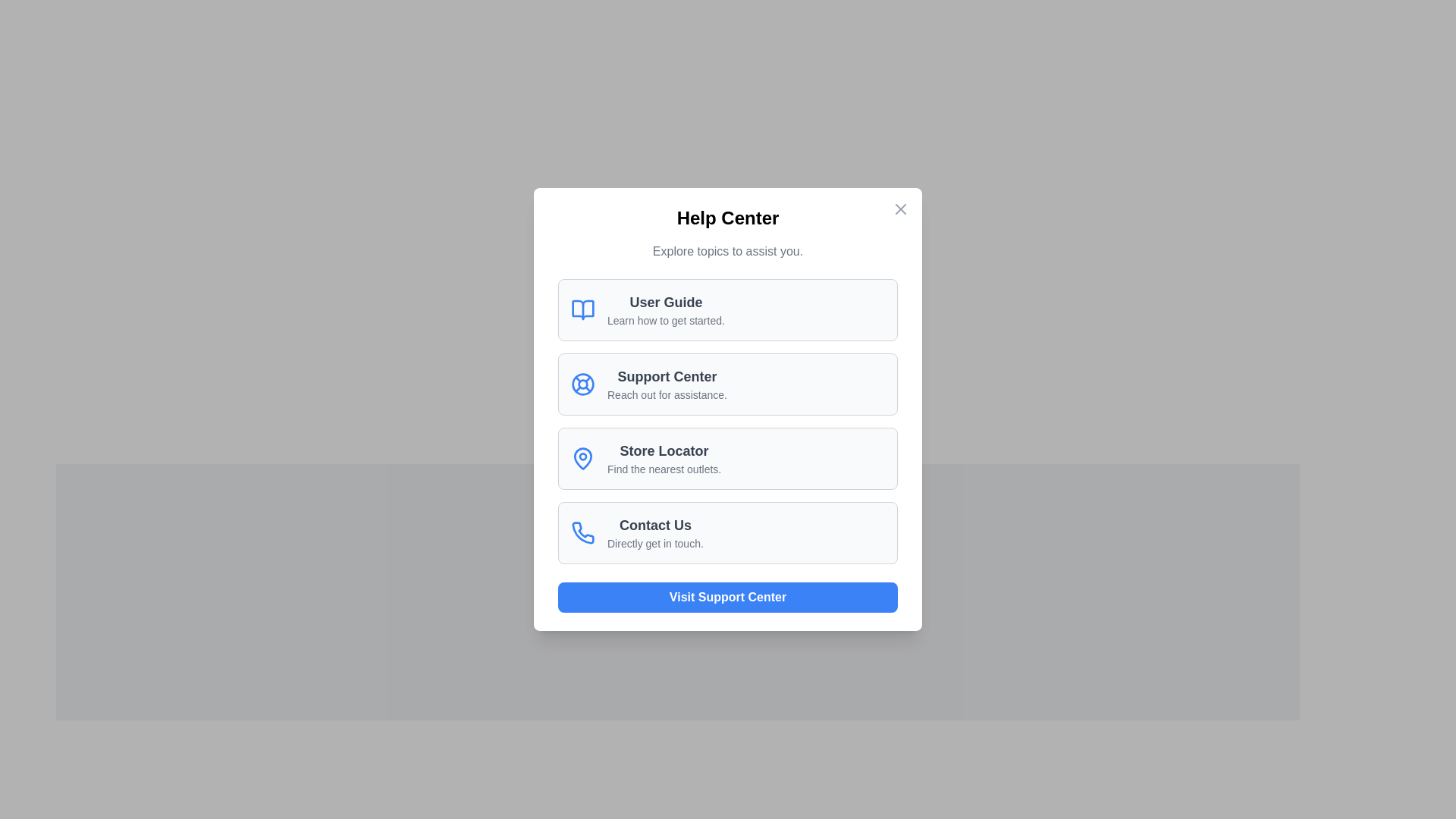 Image resolution: width=1456 pixels, height=819 pixels. I want to click on the bold text label that serves as the title for the 'User Guide' subsection in the 'Help Center' modal, so click(666, 302).